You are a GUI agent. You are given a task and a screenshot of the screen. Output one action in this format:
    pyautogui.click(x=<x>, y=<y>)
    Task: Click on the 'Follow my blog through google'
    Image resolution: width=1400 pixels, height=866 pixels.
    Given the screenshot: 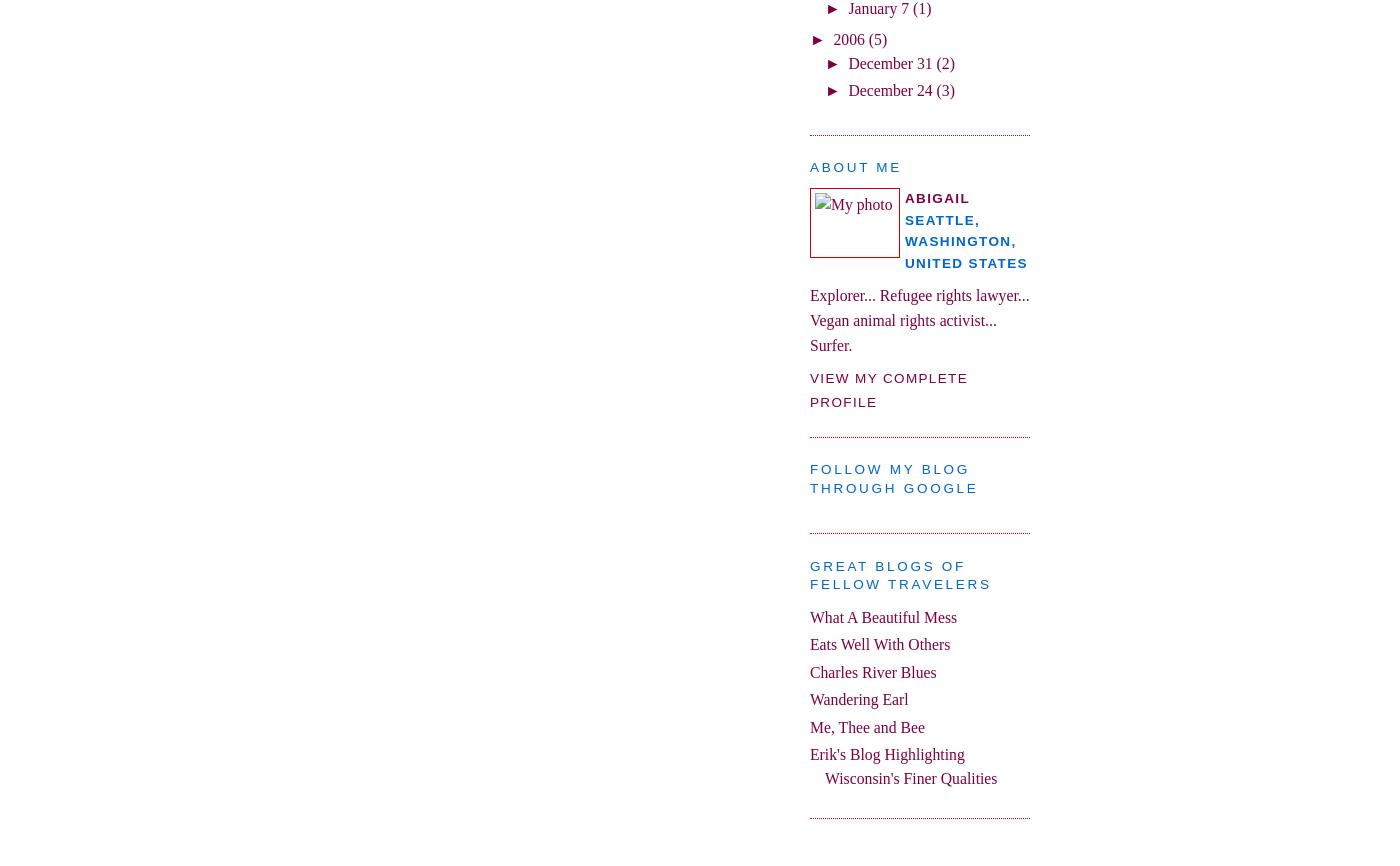 What is the action you would take?
    pyautogui.click(x=894, y=478)
    